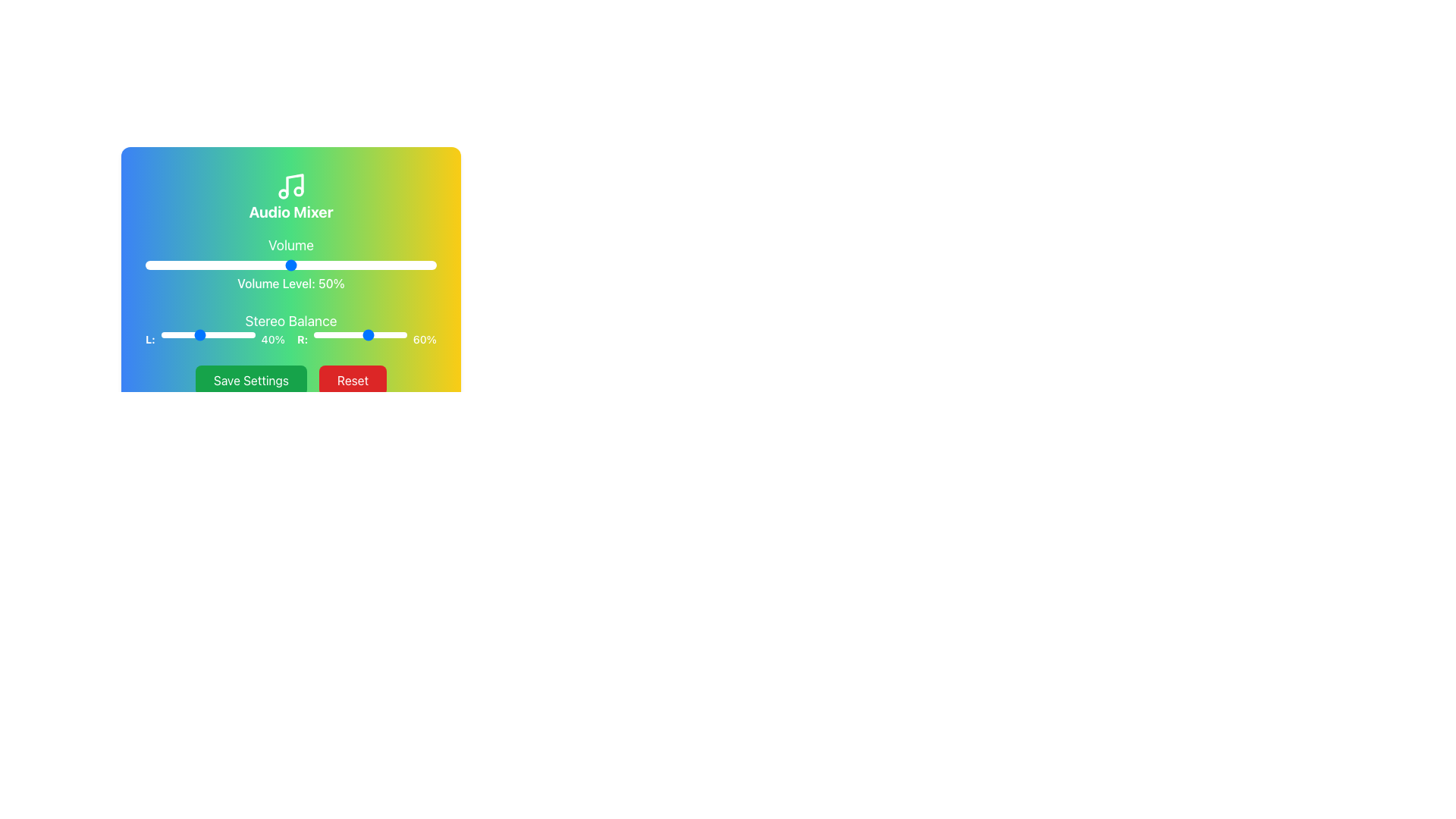  I want to click on the left stereo balance, so click(172, 334).